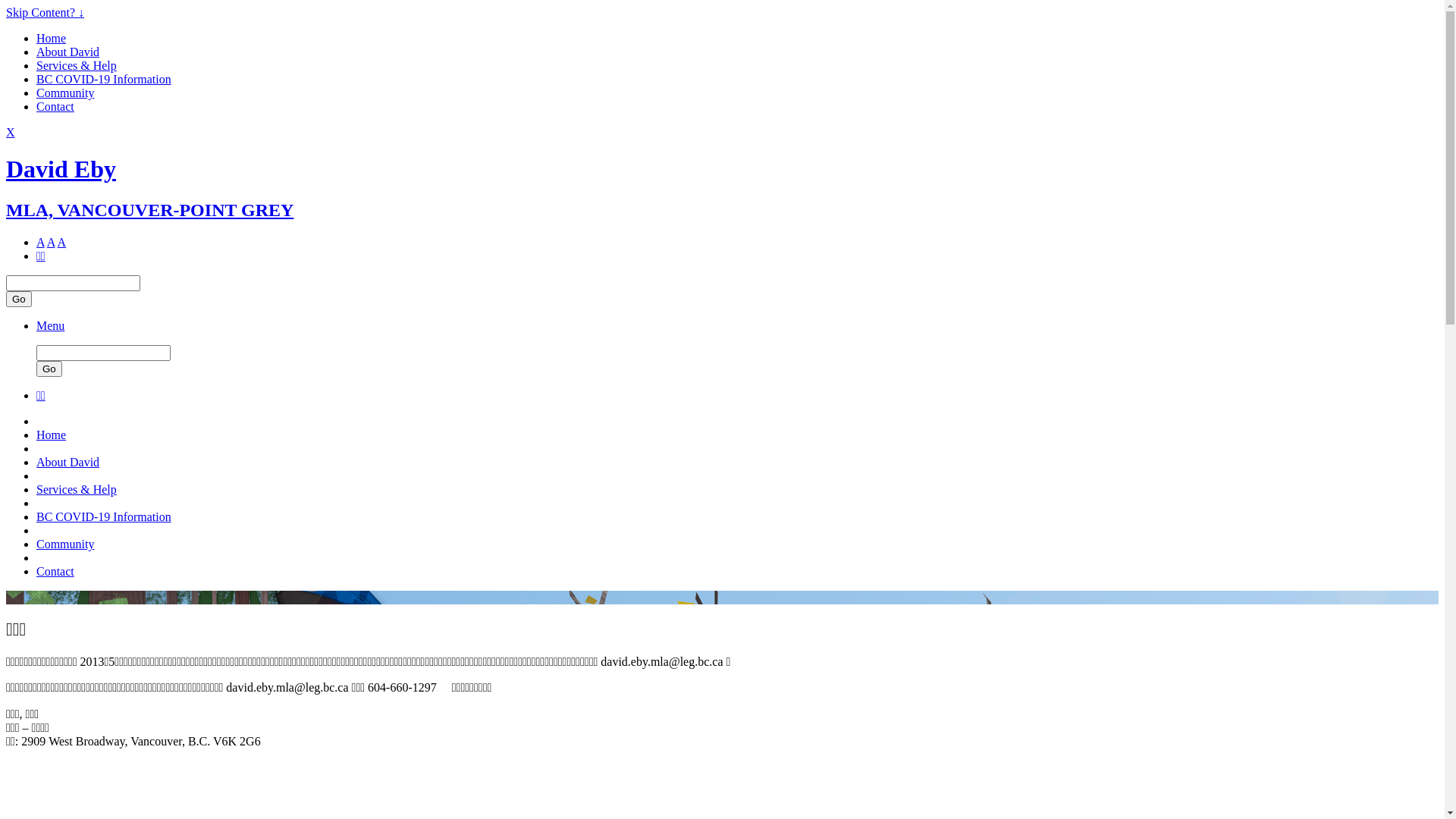  I want to click on 'Home', so click(51, 37).